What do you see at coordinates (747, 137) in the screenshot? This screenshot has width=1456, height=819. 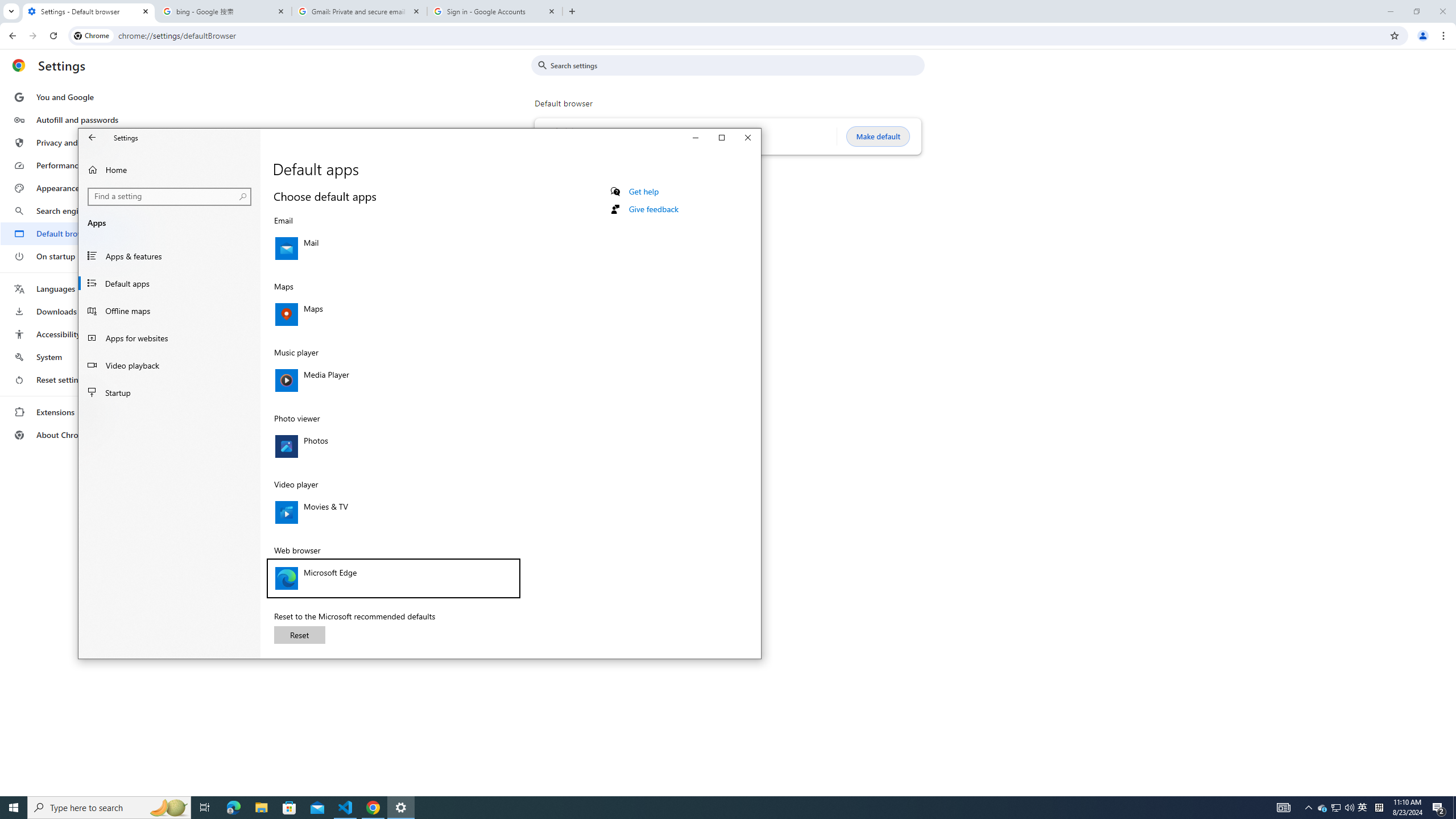 I see `'Close Settings'` at bounding box center [747, 137].